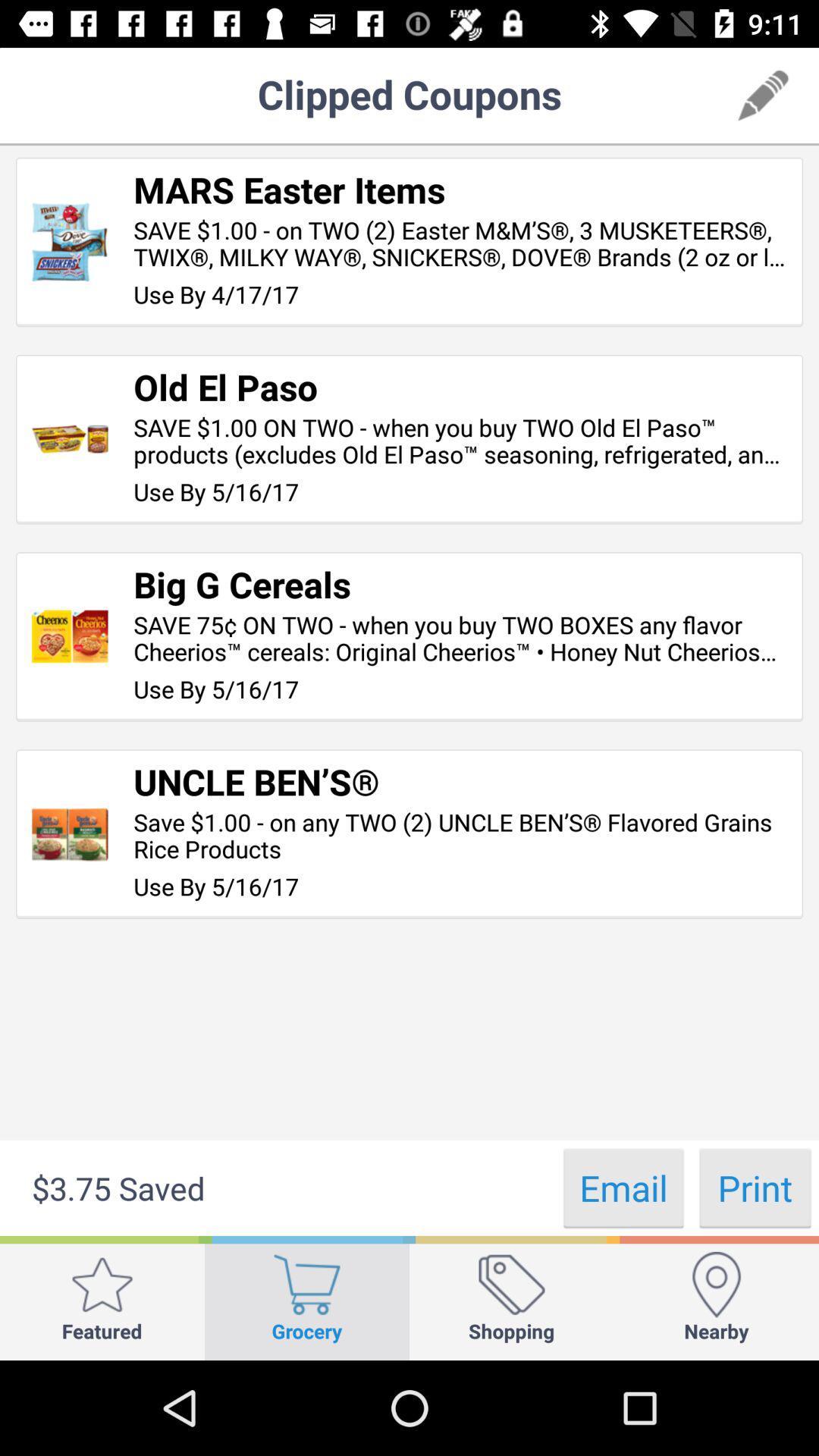 This screenshot has width=819, height=1456. What do you see at coordinates (623, 1187) in the screenshot?
I see `the item to the left of the print icon` at bounding box center [623, 1187].